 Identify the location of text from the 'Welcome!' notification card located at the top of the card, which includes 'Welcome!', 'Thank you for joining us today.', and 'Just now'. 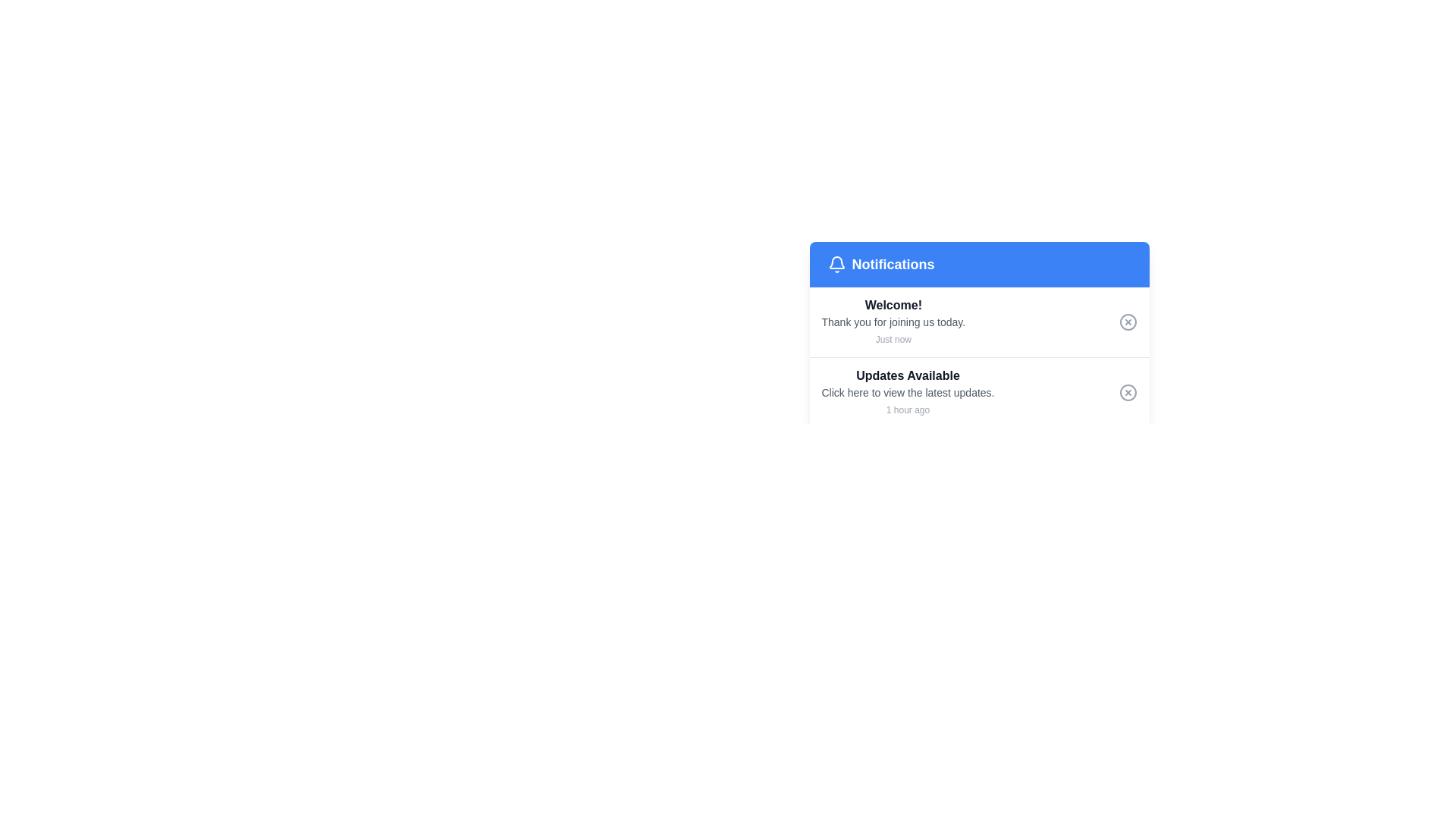
(893, 321).